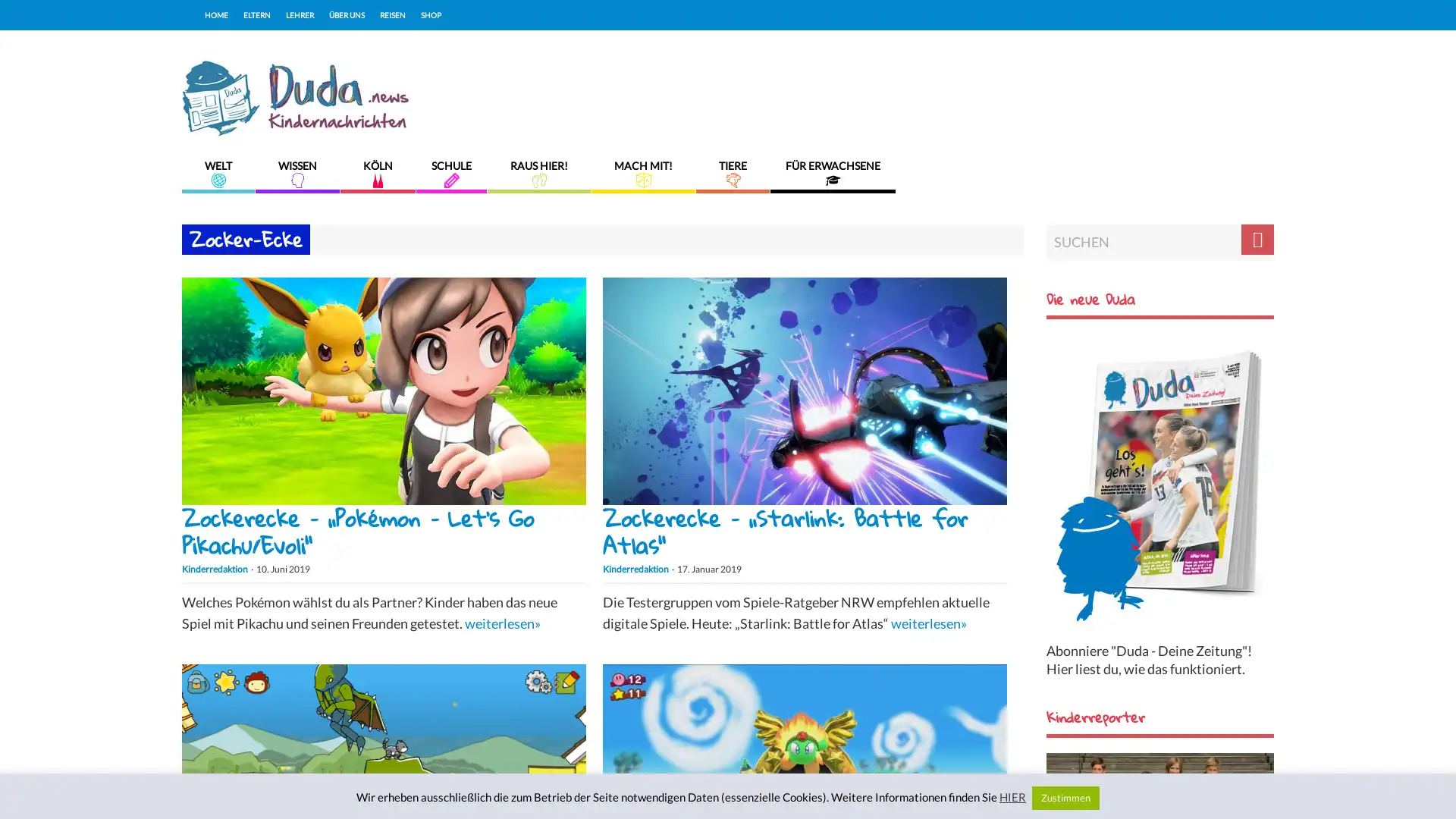 This screenshot has height=819, width=1456. I want to click on Zustimmen, so click(1065, 797).